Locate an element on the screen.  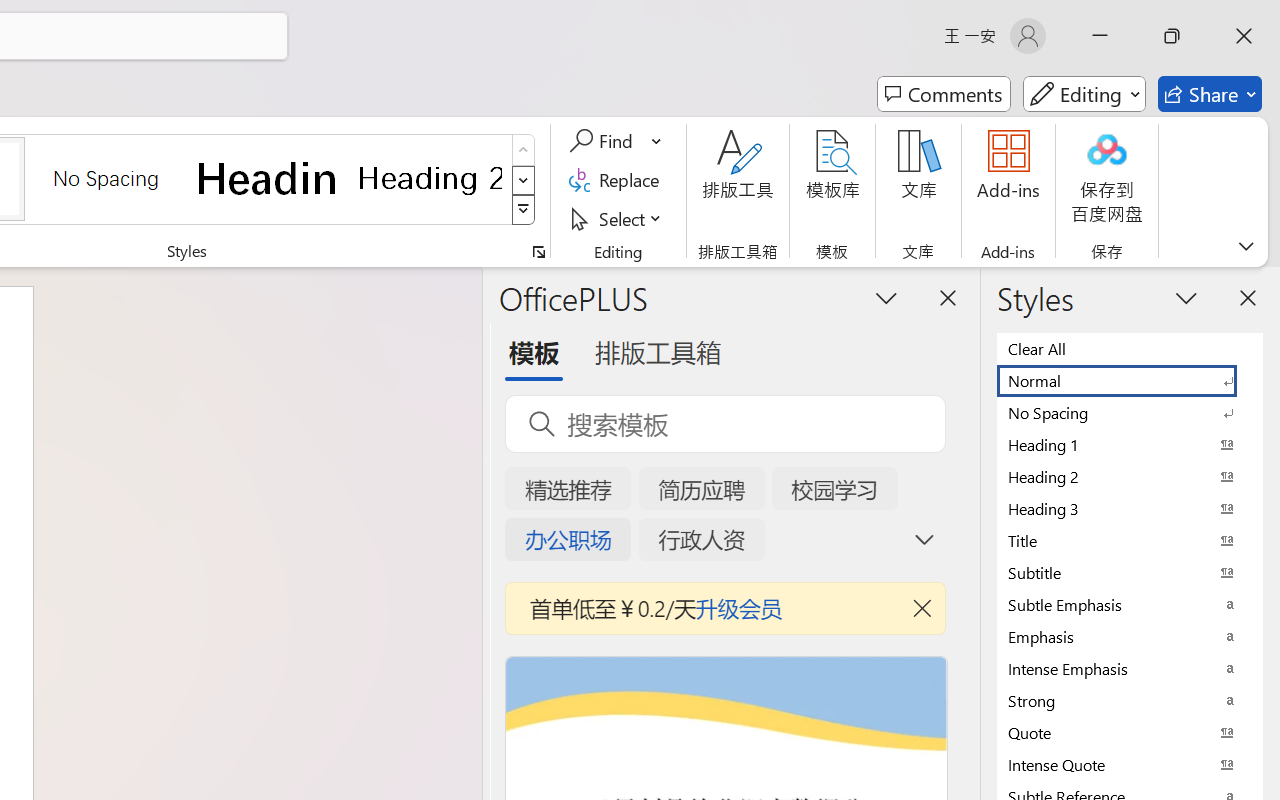
'Find' is located at coordinates (603, 141).